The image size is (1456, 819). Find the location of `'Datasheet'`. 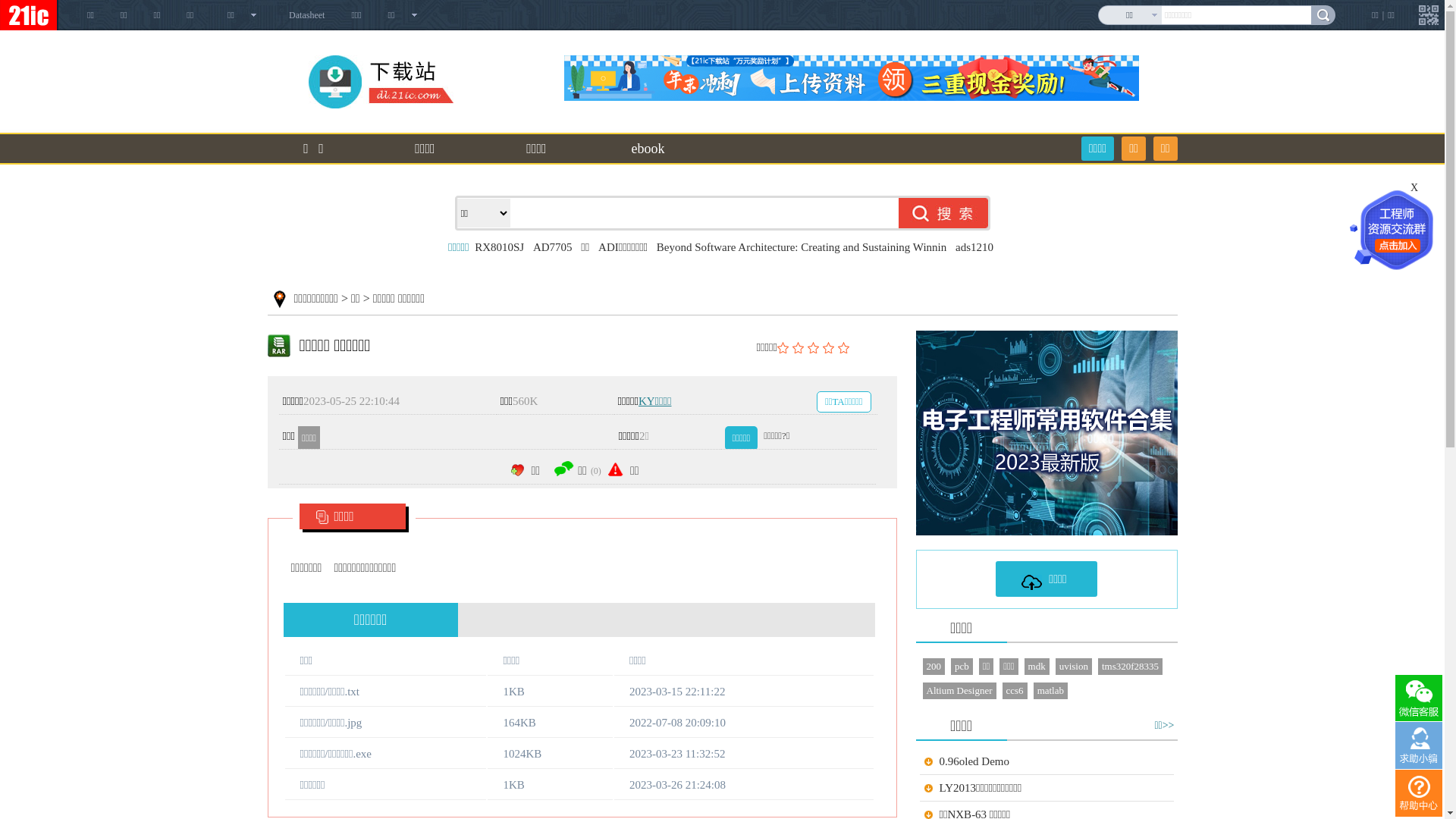

'Datasheet' is located at coordinates (306, 14).